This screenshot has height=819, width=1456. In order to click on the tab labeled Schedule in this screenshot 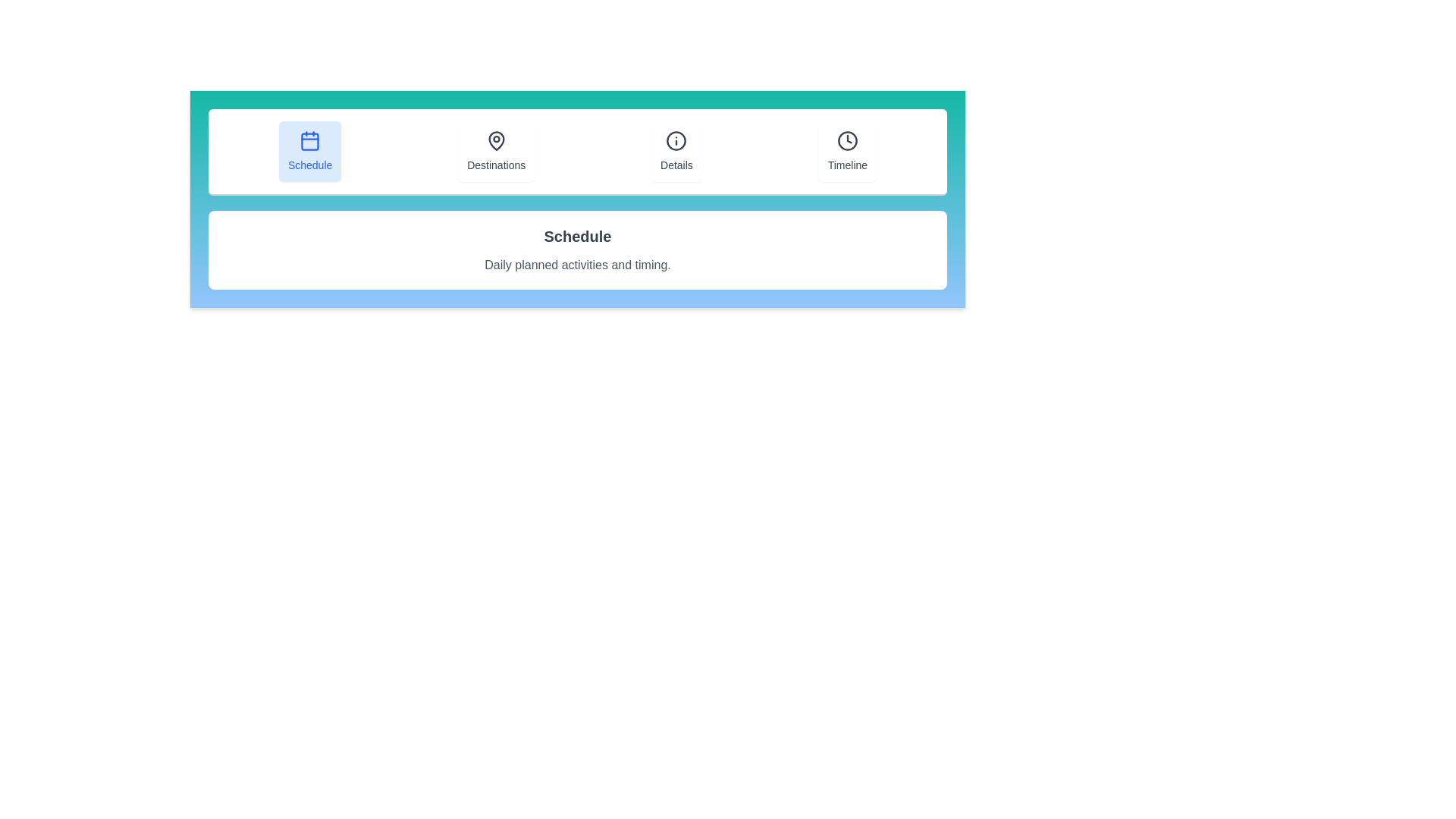, I will do `click(309, 152)`.